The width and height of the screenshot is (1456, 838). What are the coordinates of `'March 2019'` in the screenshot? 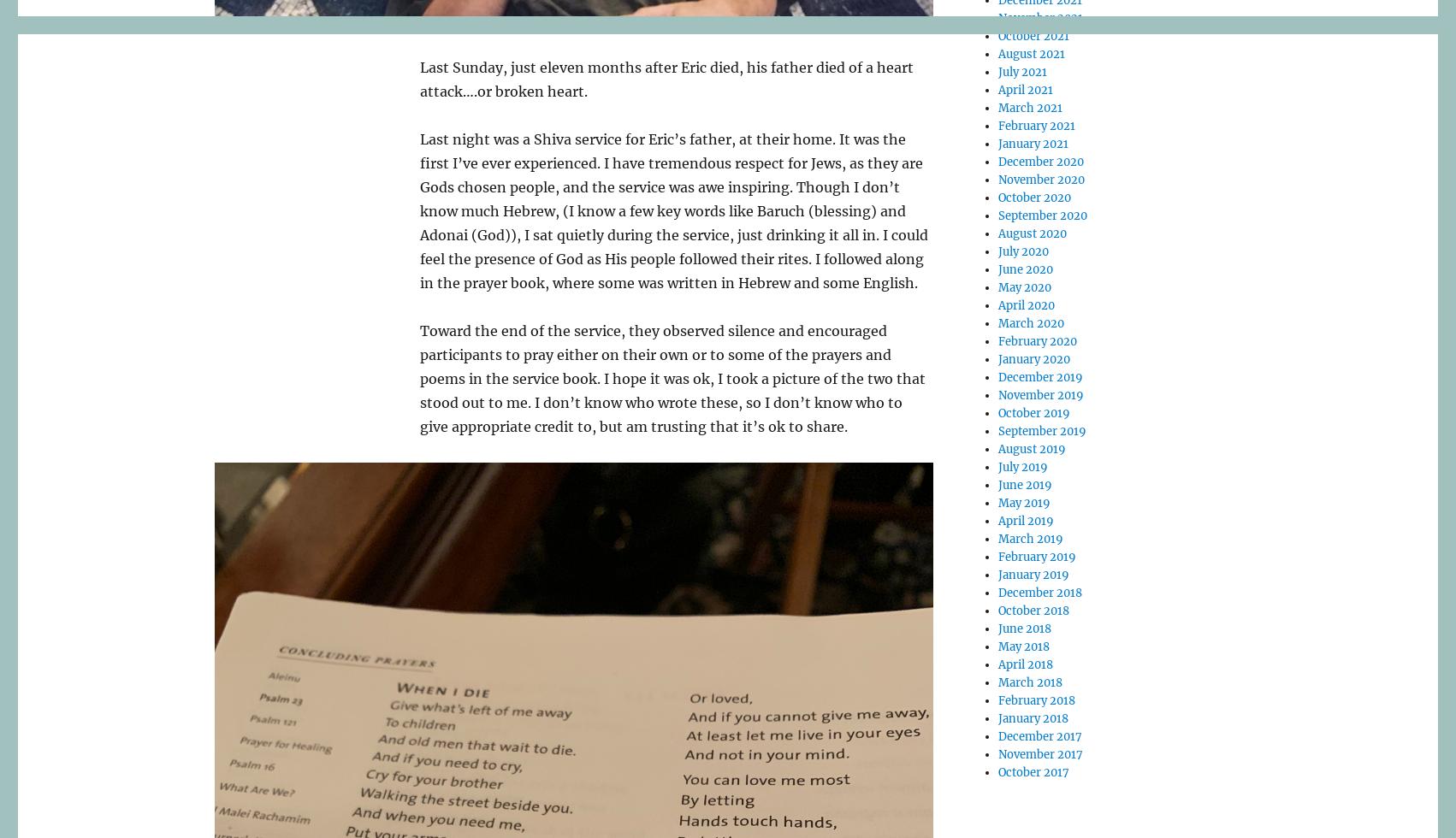 It's located at (1031, 539).